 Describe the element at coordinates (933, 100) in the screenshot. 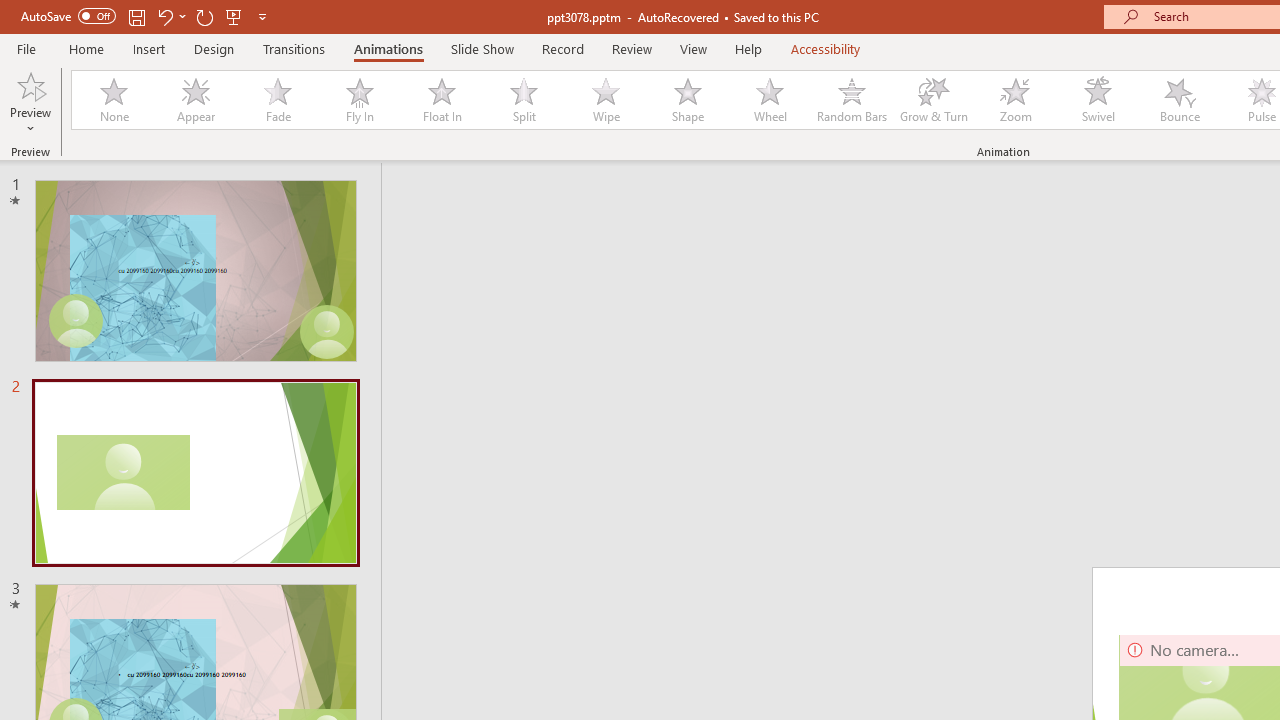

I see `'Grow & Turn'` at that location.